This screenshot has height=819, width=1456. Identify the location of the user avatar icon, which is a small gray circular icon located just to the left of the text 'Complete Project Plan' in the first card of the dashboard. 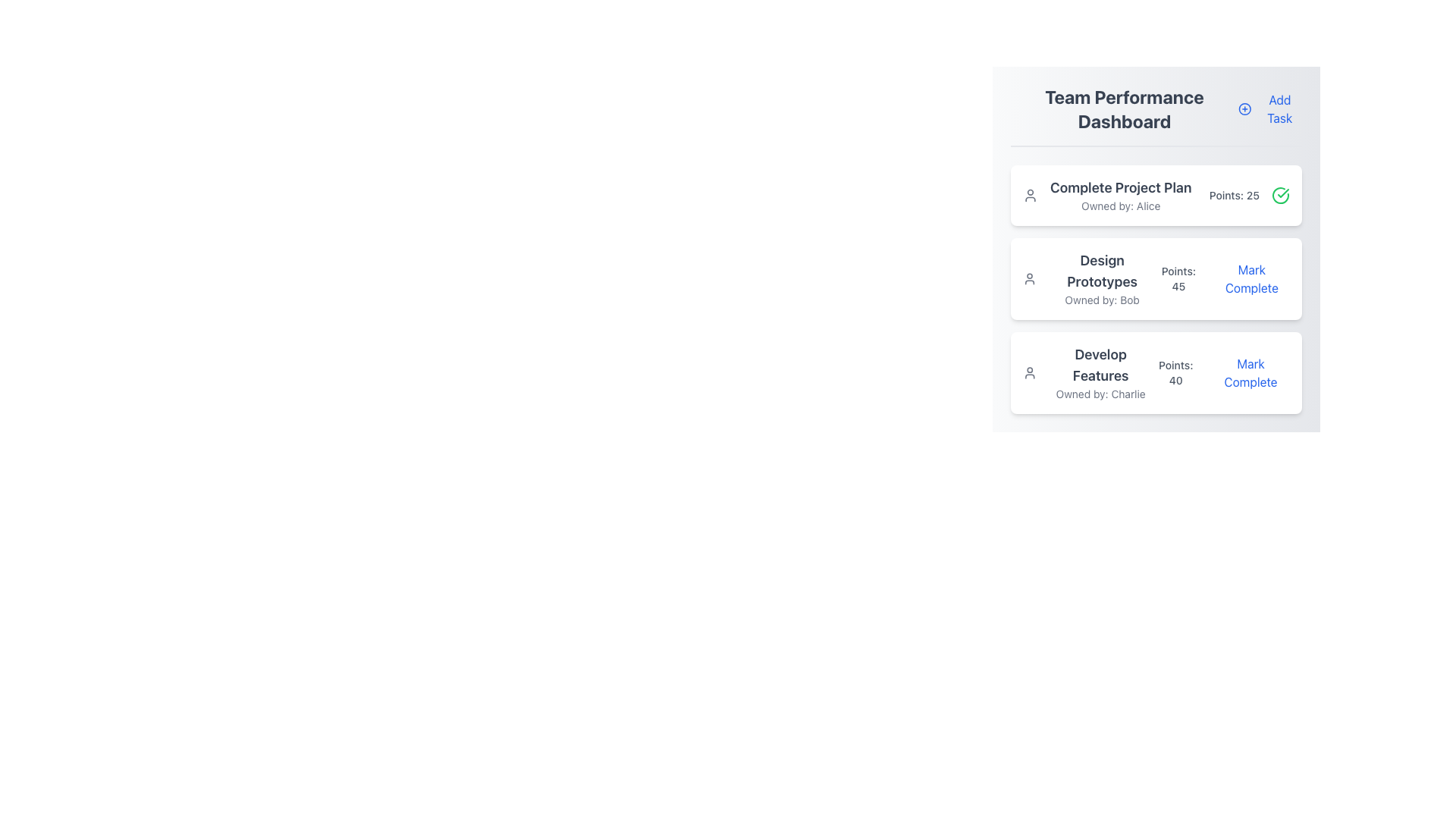
(1030, 195).